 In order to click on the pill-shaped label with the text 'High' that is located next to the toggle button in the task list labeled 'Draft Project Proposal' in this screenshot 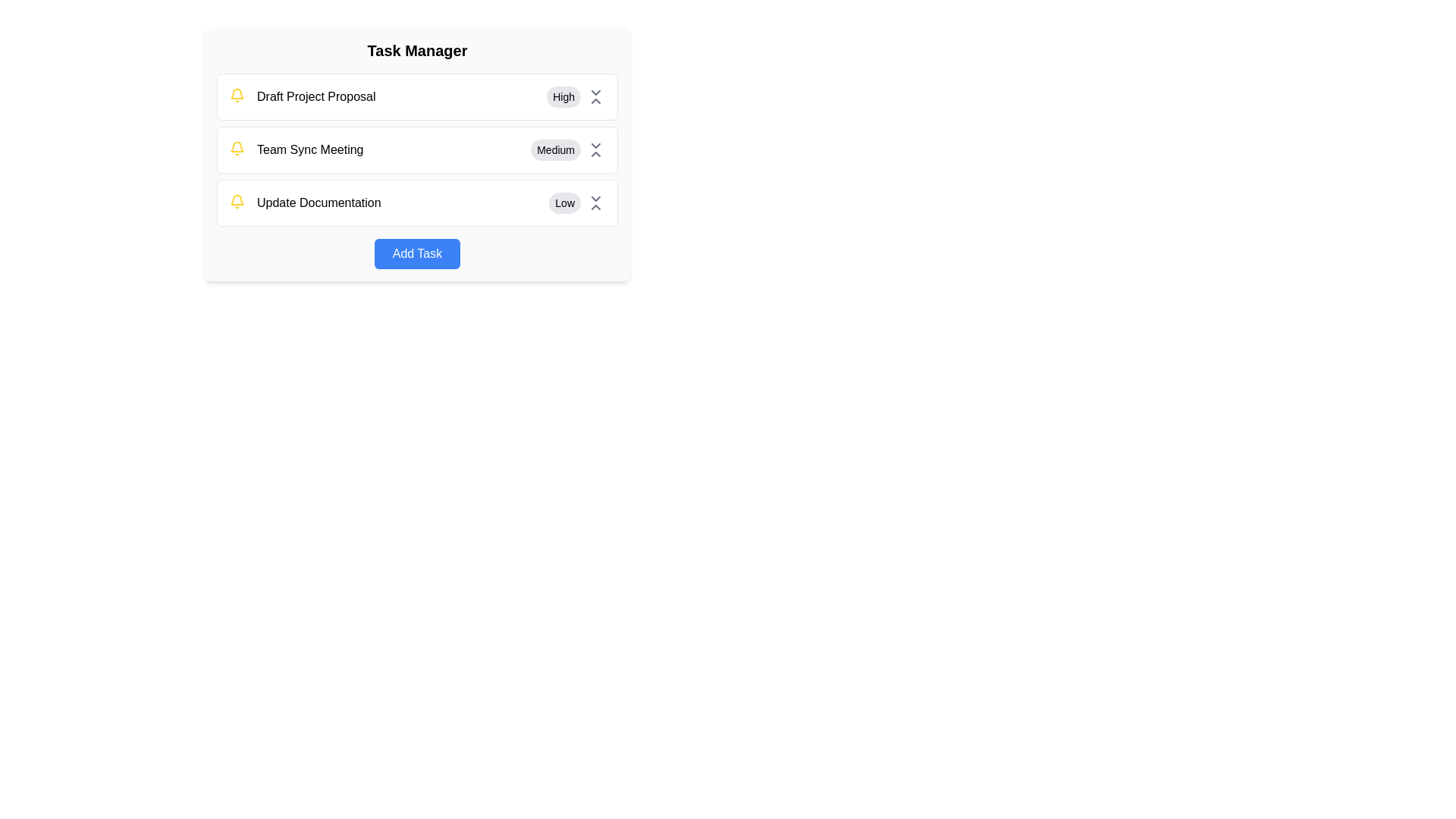, I will do `click(575, 96)`.